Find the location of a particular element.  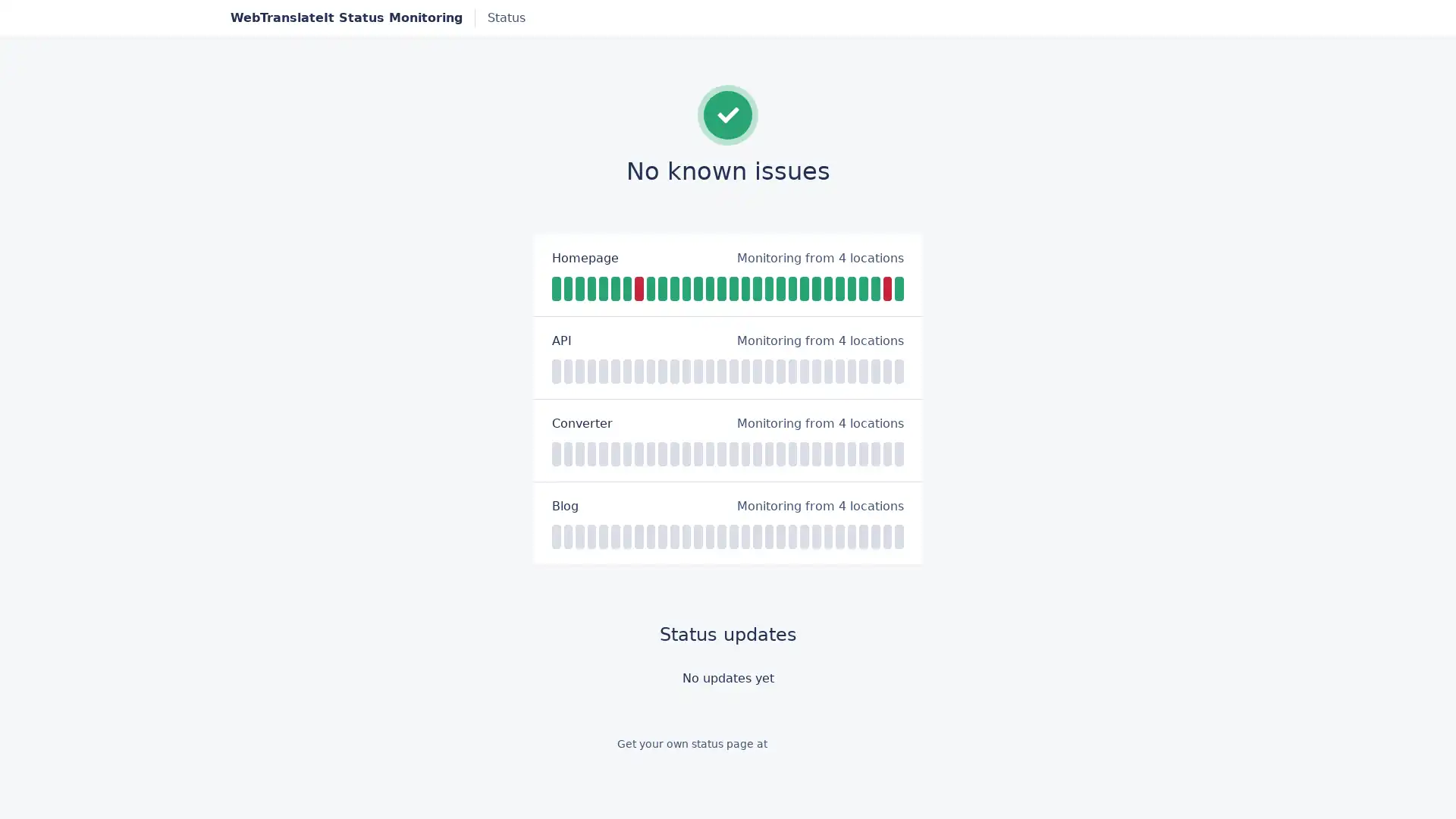

Blog is located at coordinates (564, 506).